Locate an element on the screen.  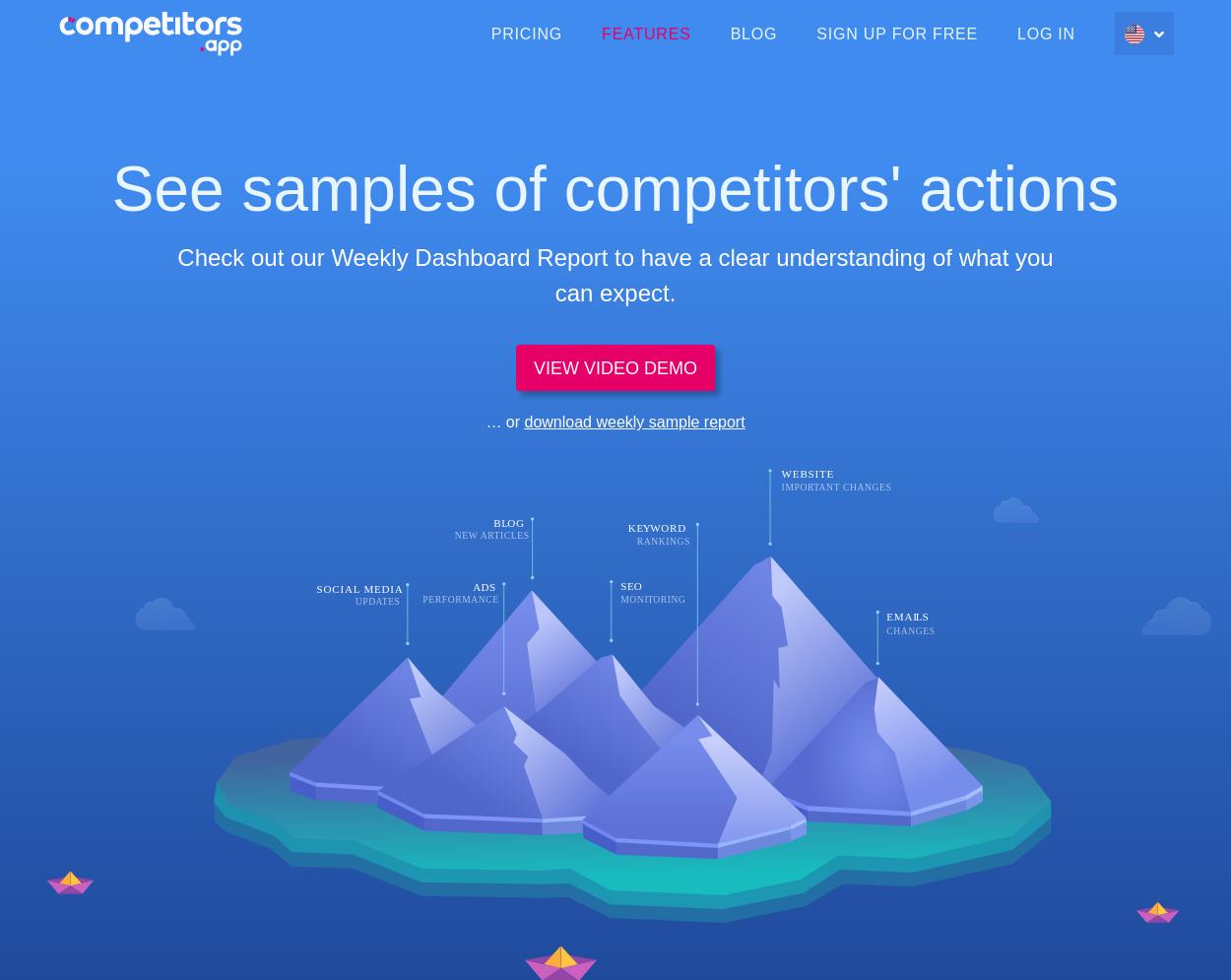
'PERFORMANCE' is located at coordinates (459, 598).